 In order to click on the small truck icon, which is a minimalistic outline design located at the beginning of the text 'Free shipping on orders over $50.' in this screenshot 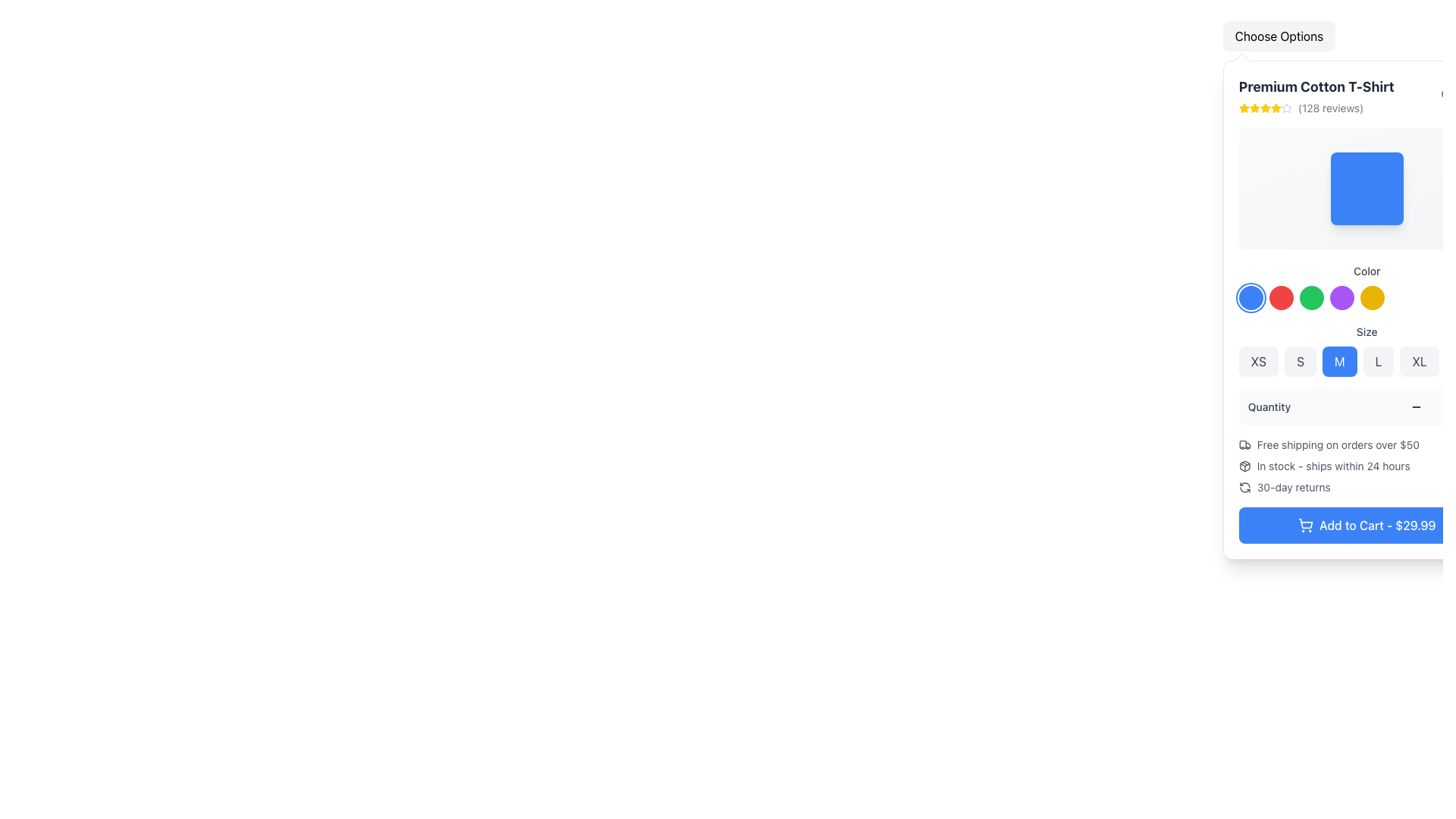, I will do `click(1244, 444)`.